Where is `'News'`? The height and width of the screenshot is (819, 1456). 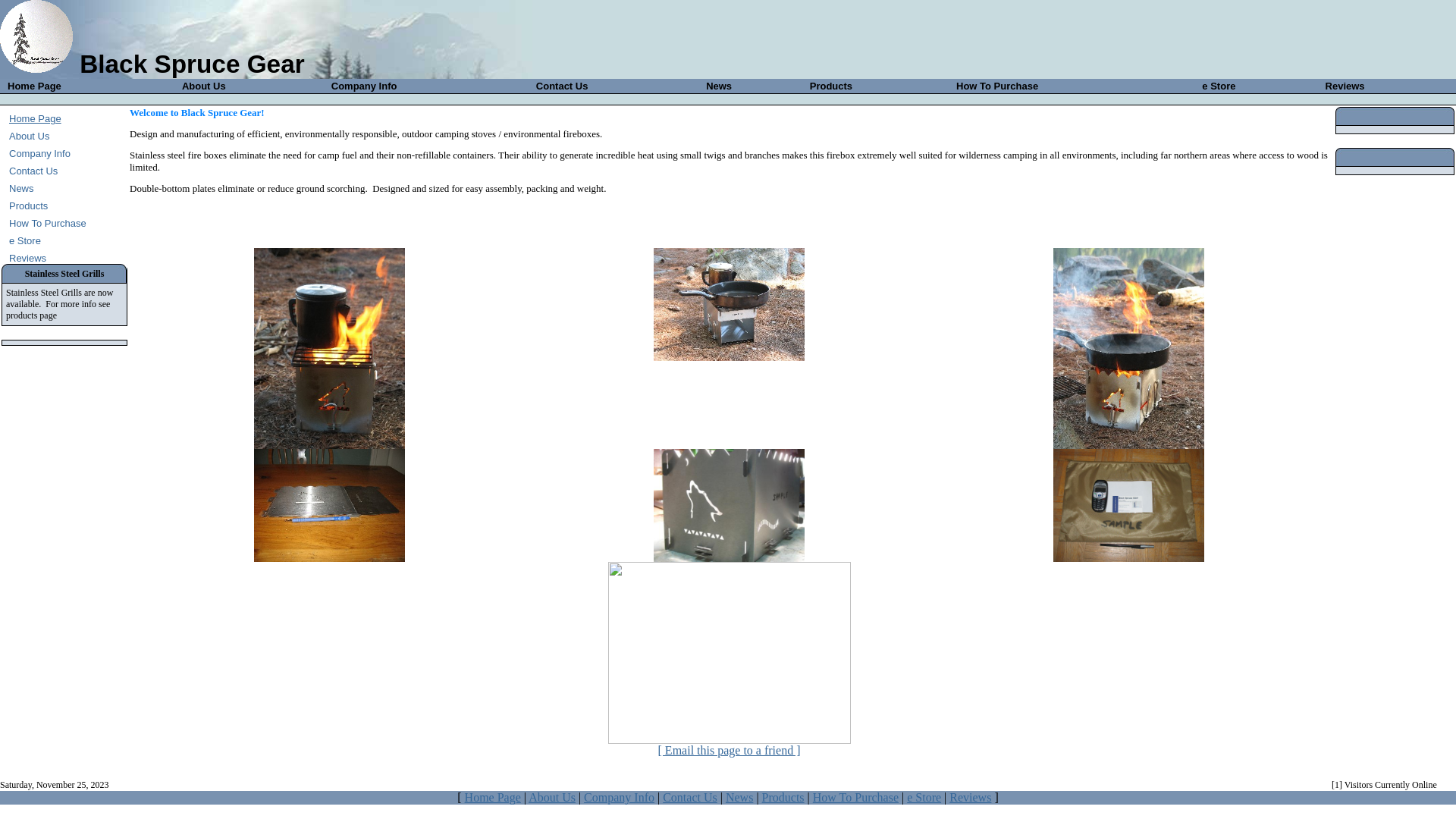
'News' is located at coordinates (739, 796).